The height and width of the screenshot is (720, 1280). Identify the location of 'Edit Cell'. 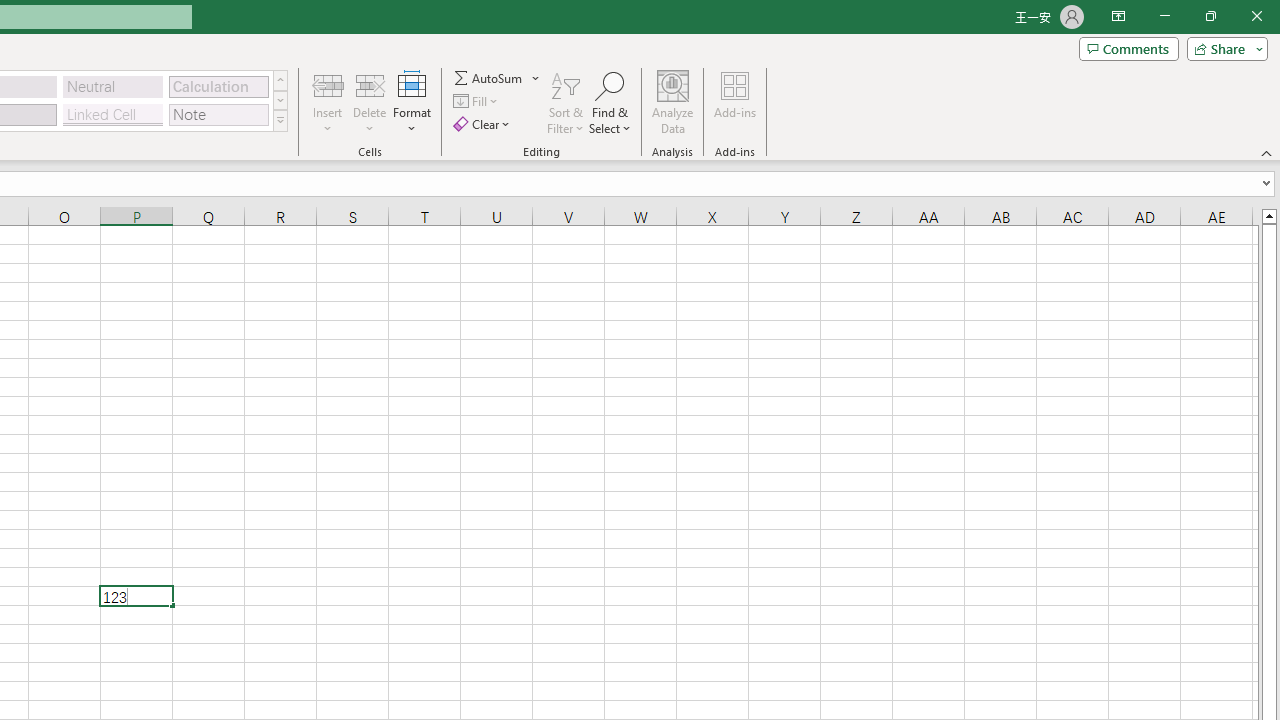
(135, 595).